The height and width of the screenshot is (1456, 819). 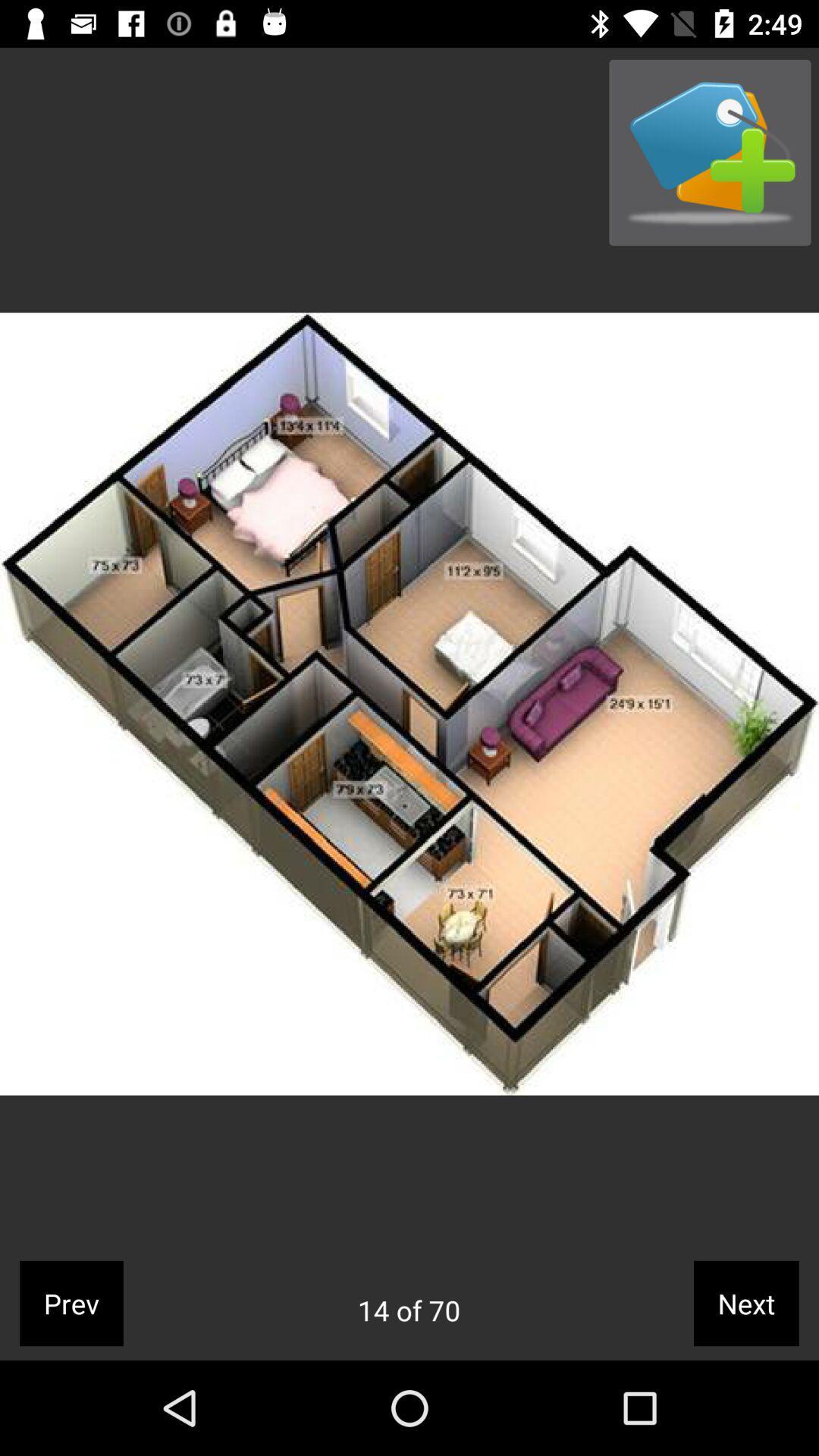 I want to click on icon at the bottom right corner, so click(x=745, y=1302).